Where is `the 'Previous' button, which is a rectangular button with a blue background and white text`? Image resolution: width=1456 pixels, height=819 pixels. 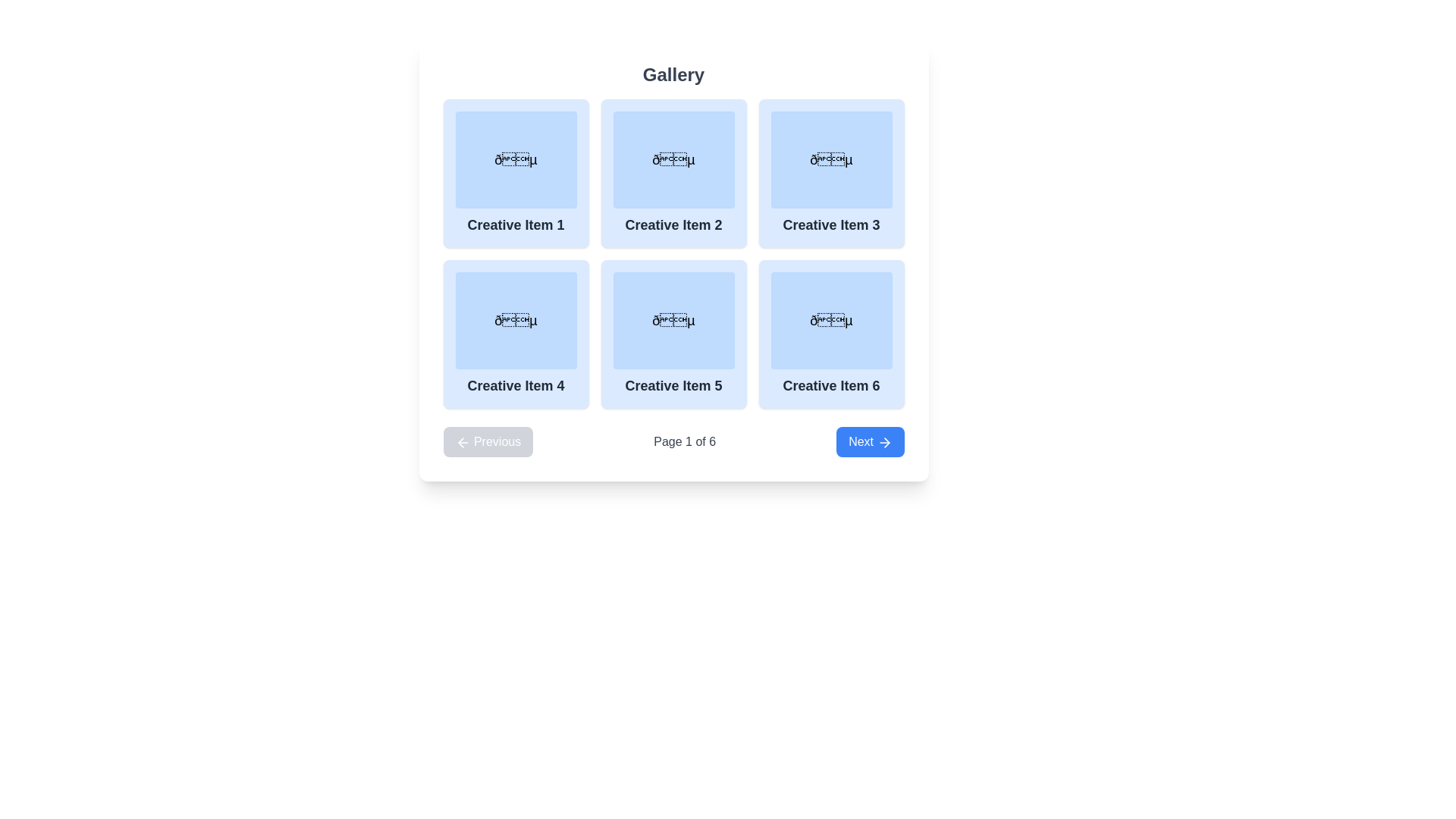
the 'Previous' button, which is a rectangular button with a blue background and white text is located at coordinates (488, 441).